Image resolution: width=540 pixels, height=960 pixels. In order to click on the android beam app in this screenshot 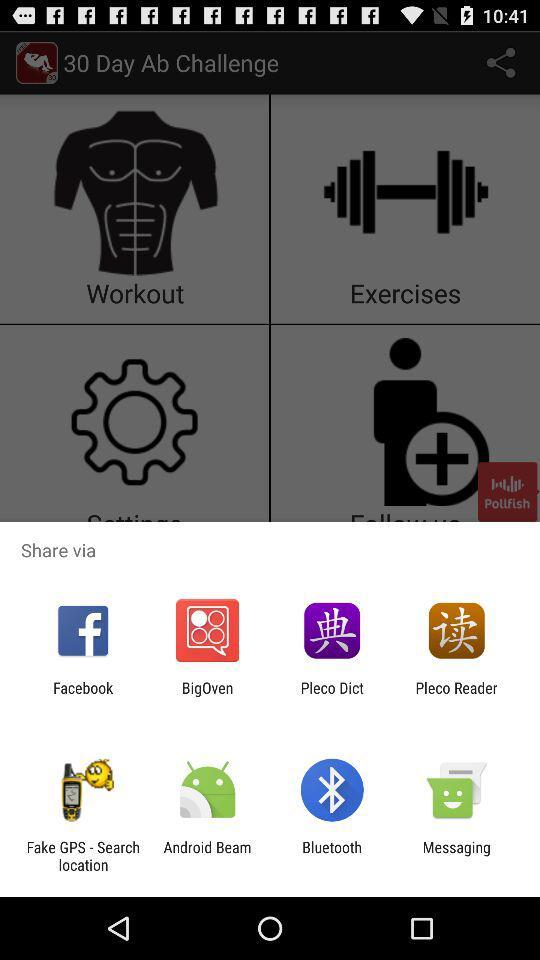, I will do `click(206, 855)`.